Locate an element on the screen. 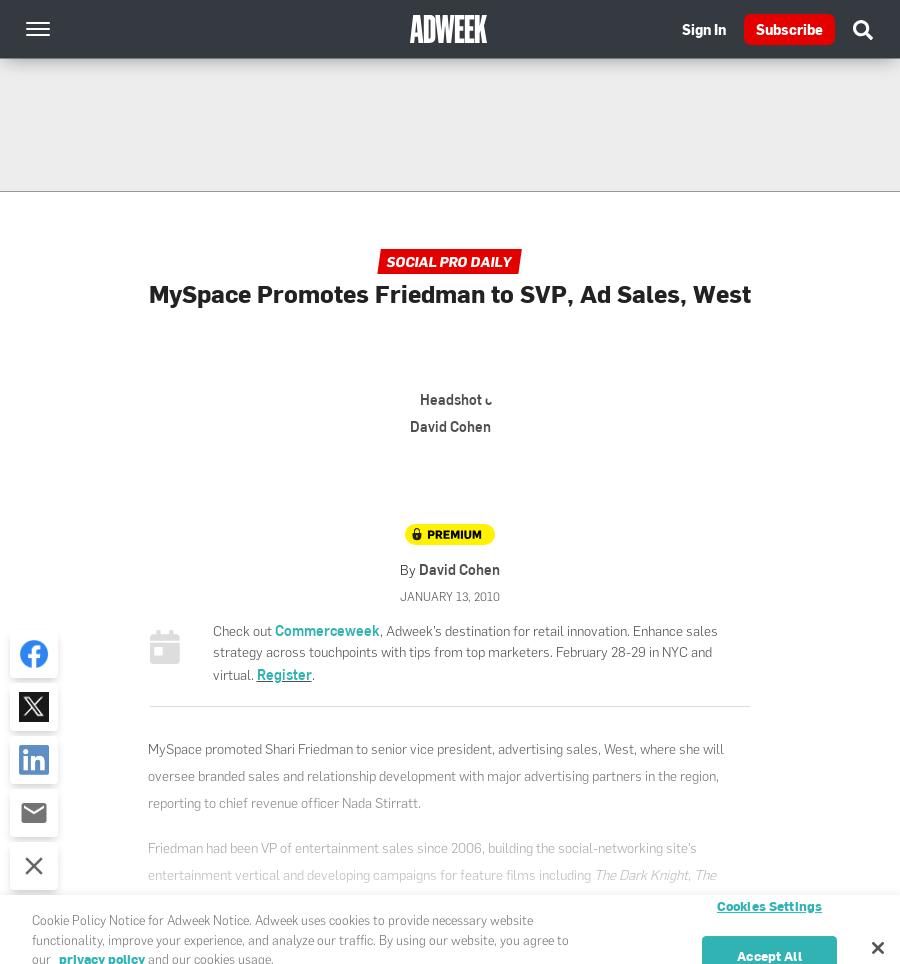 This screenshot has height=964, width=900. ',' is located at coordinates (690, 874).